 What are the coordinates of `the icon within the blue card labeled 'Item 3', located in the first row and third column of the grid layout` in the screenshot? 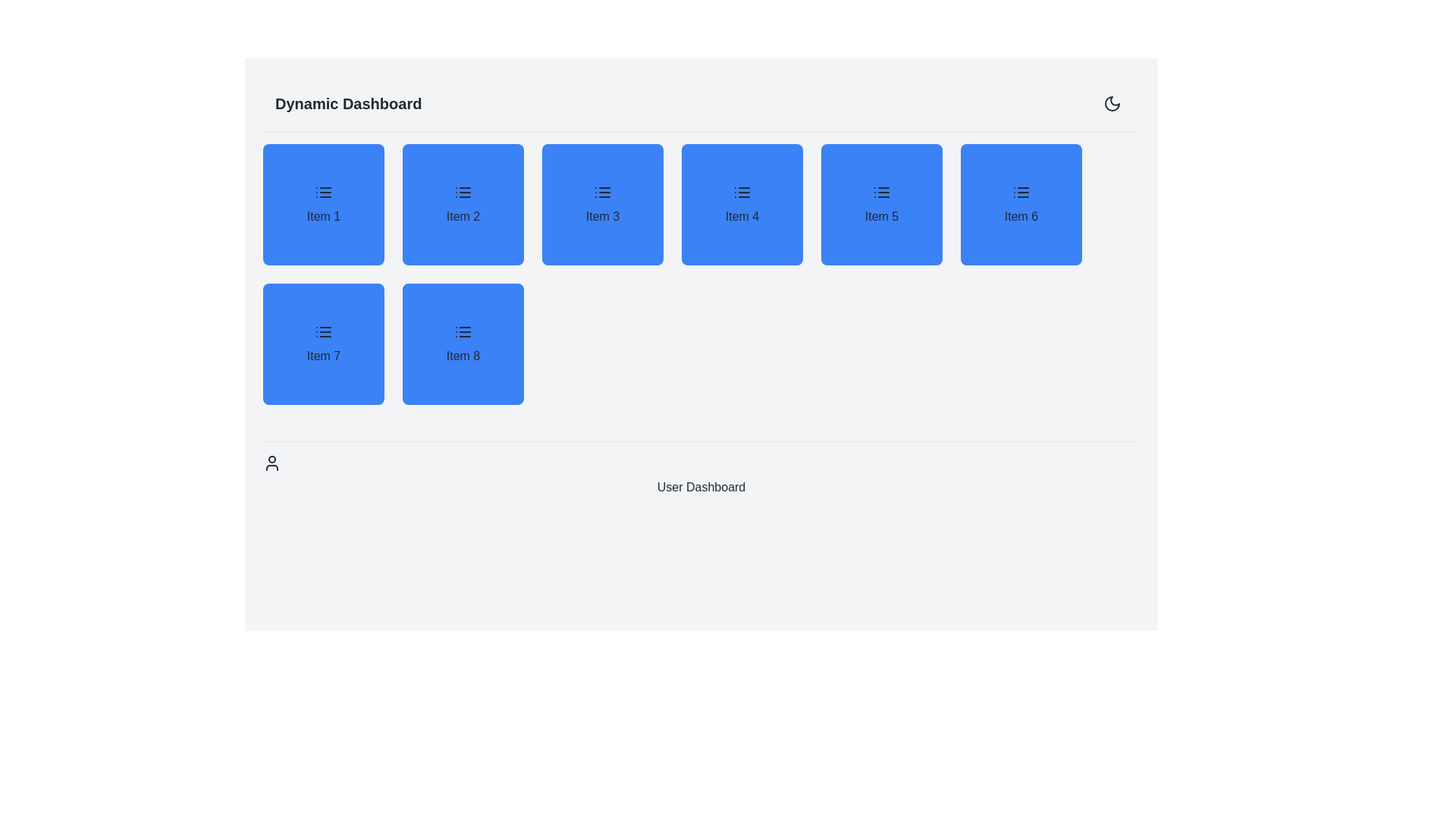 It's located at (602, 192).